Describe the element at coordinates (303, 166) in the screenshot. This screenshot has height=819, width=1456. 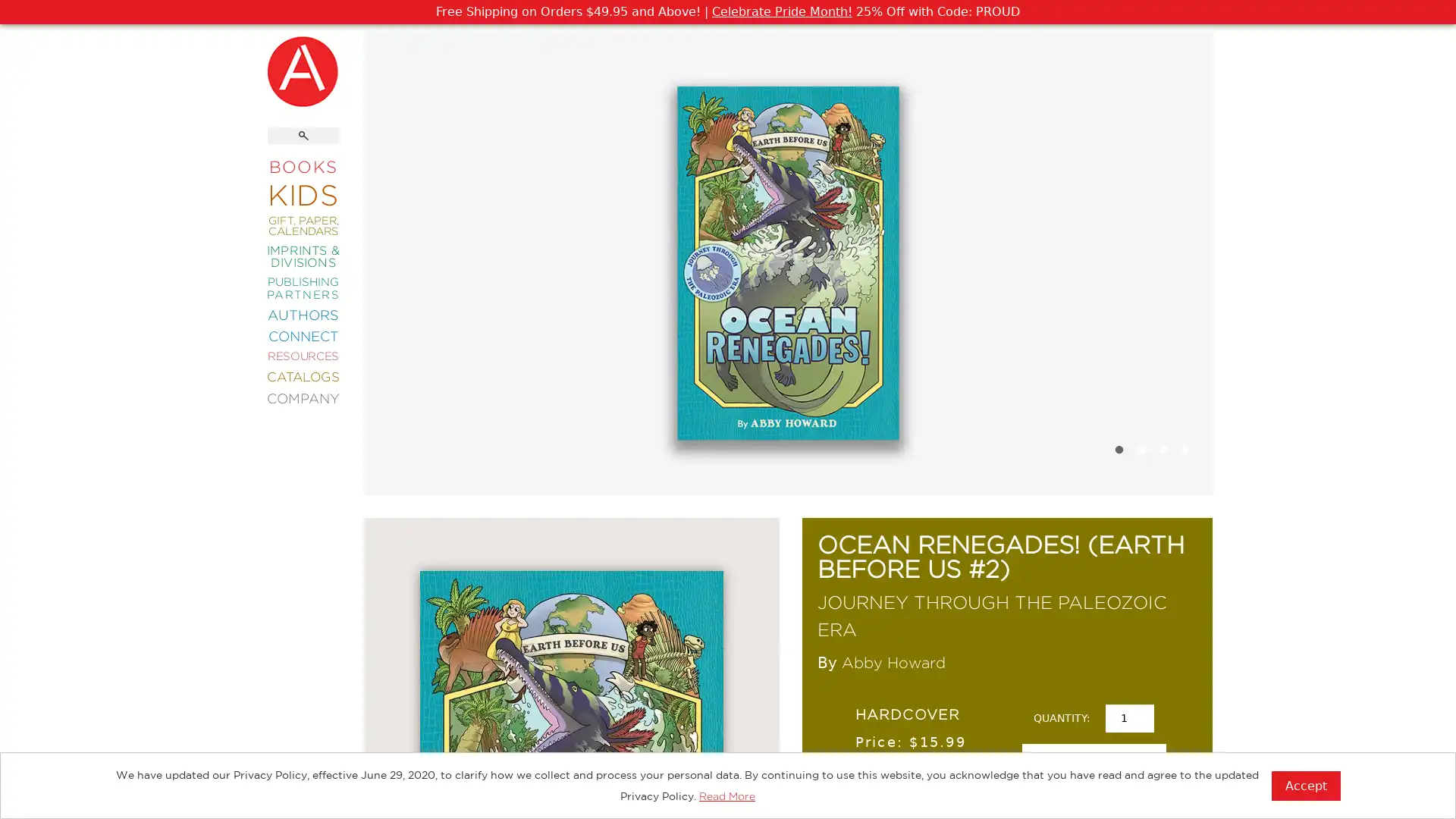
I see `BOOKS` at that location.